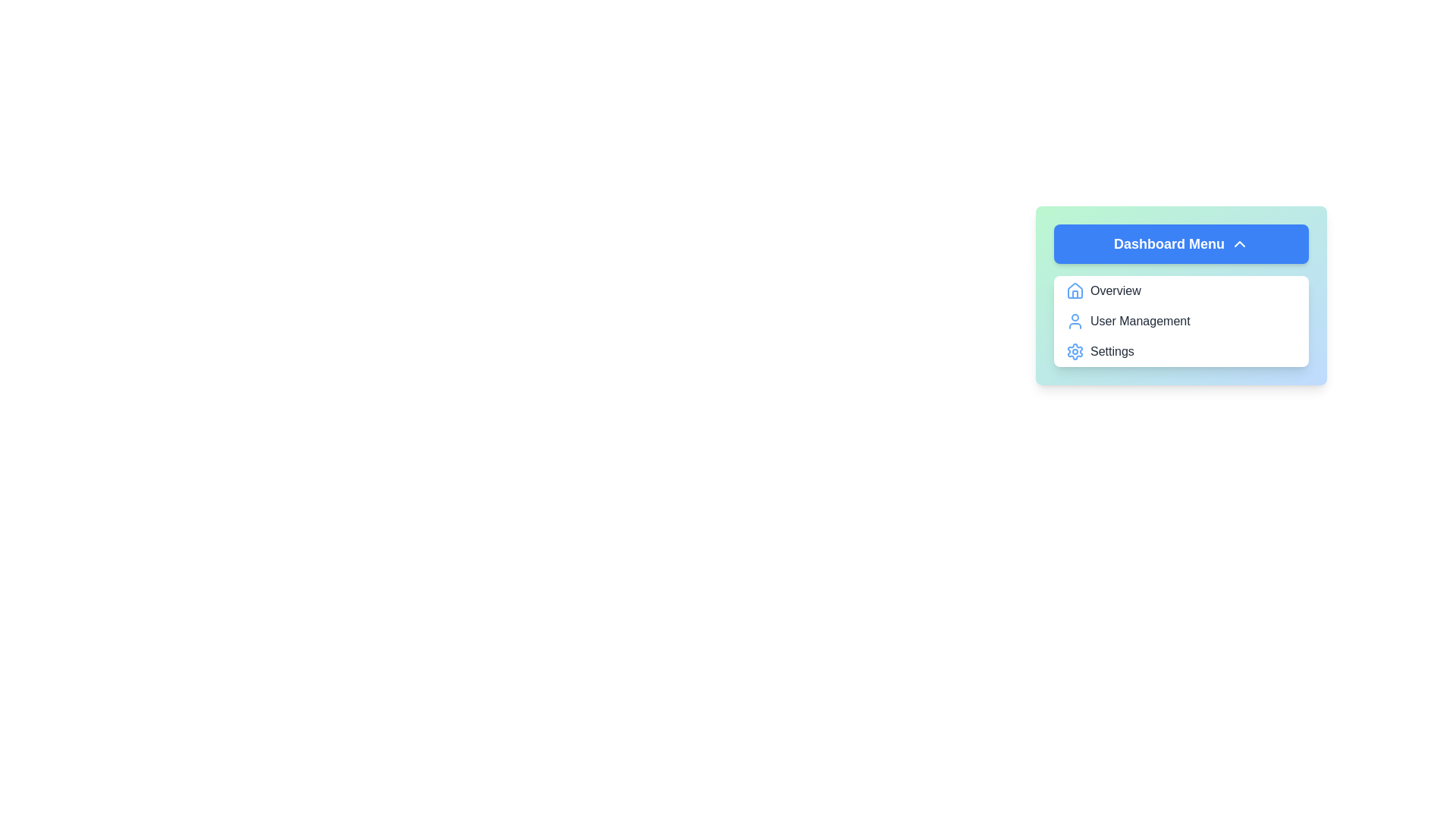  Describe the element at coordinates (1074, 351) in the screenshot. I see `the icon associated with Settings` at that location.